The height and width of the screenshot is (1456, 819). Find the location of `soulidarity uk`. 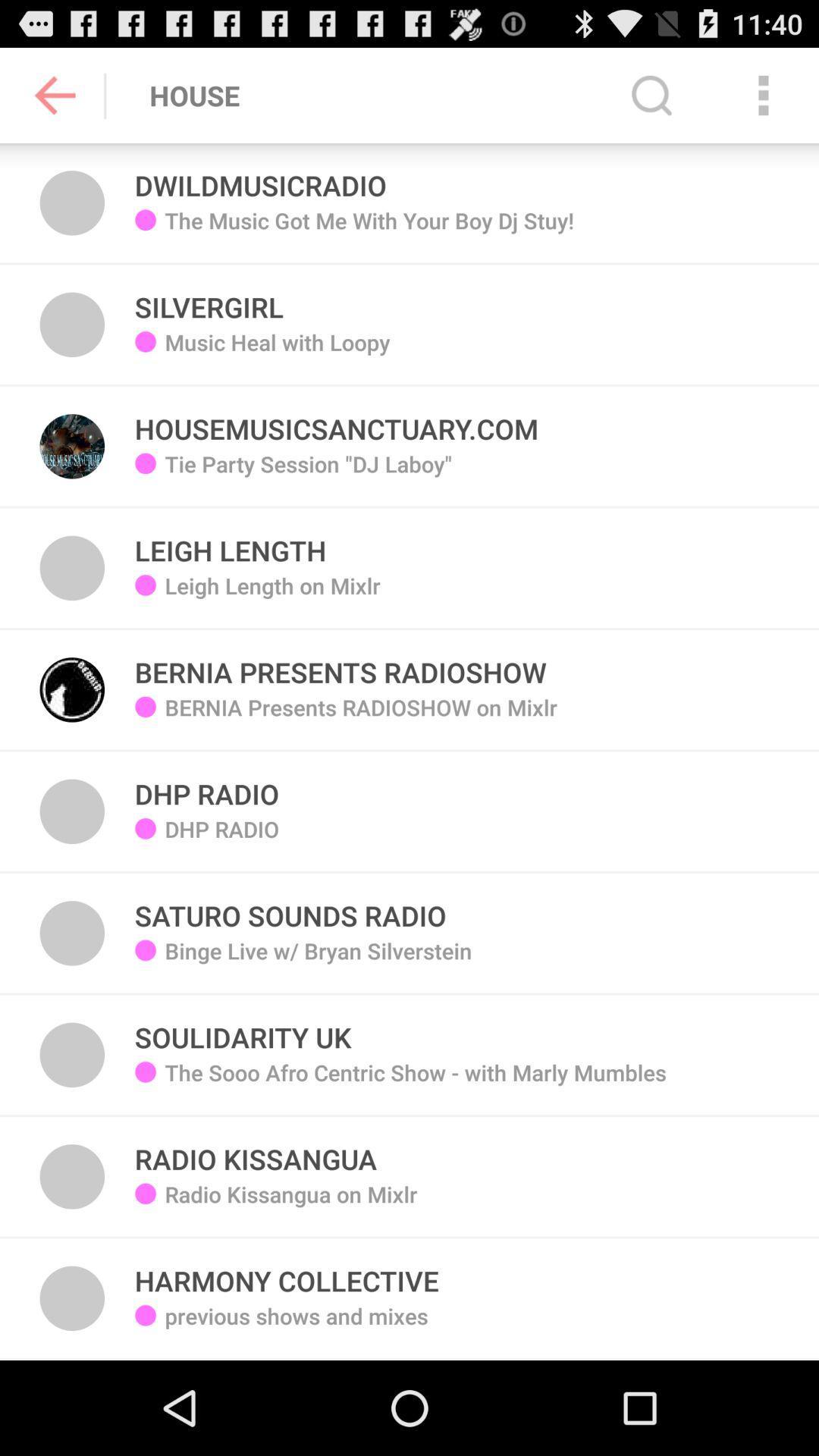

soulidarity uk is located at coordinates (242, 1029).